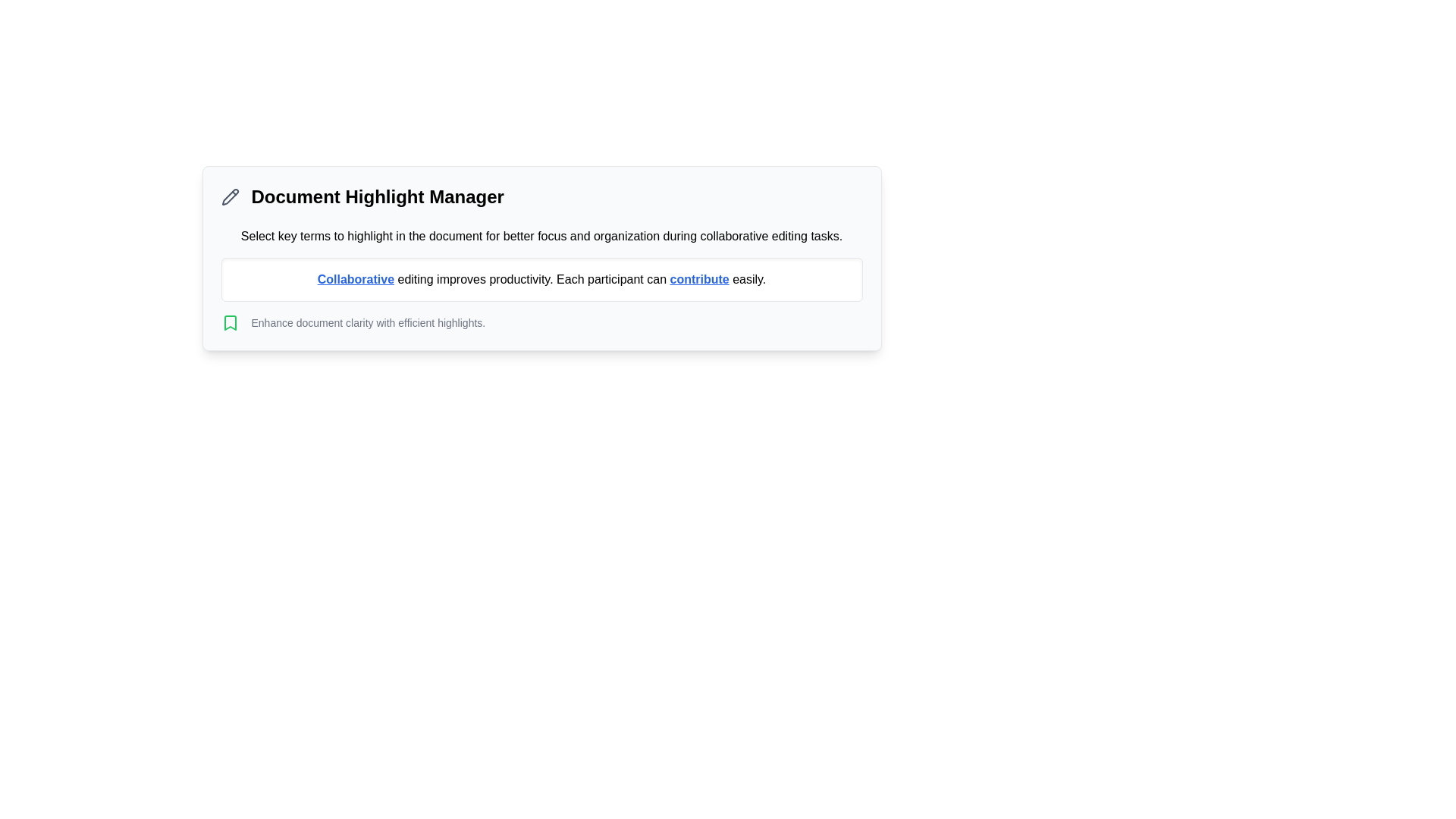 The width and height of the screenshot is (1456, 819). What do you see at coordinates (368, 322) in the screenshot?
I see `the textual element displaying the phrase 'Enhance document clarity with efficient highlights.' which is styled in small, gray-colored text and is located below the 'Document Highlight Manager' heading` at bounding box center [368, 322].